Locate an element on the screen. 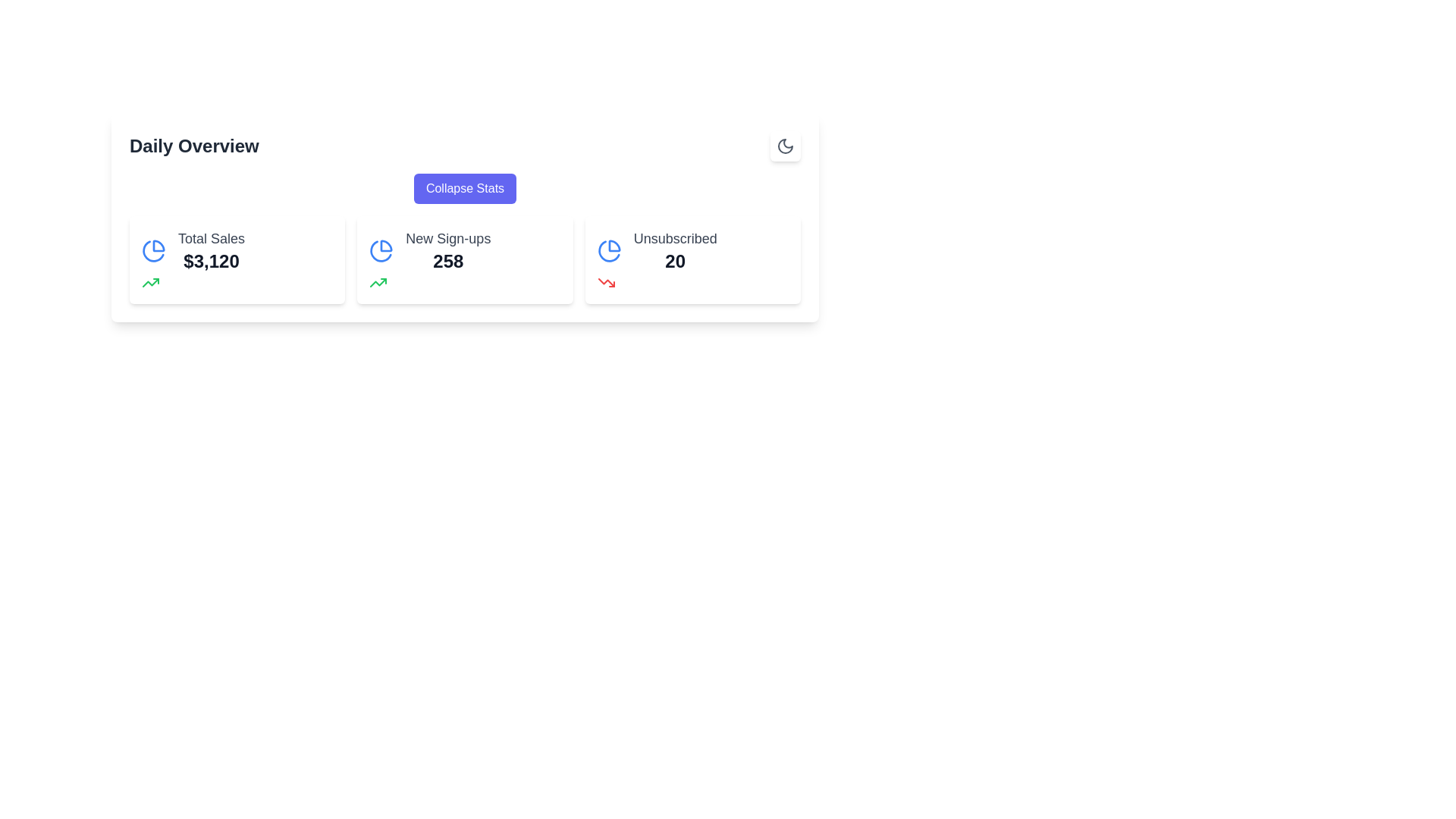 The image size is (1456, 819). the pie chart icon styled as an SVG graphic located in the 'New Sign-ups' section, which features blue strokes and is positioned between 'Total Sales' and 'Unsubscribed' is located at coordinates (381, 250).